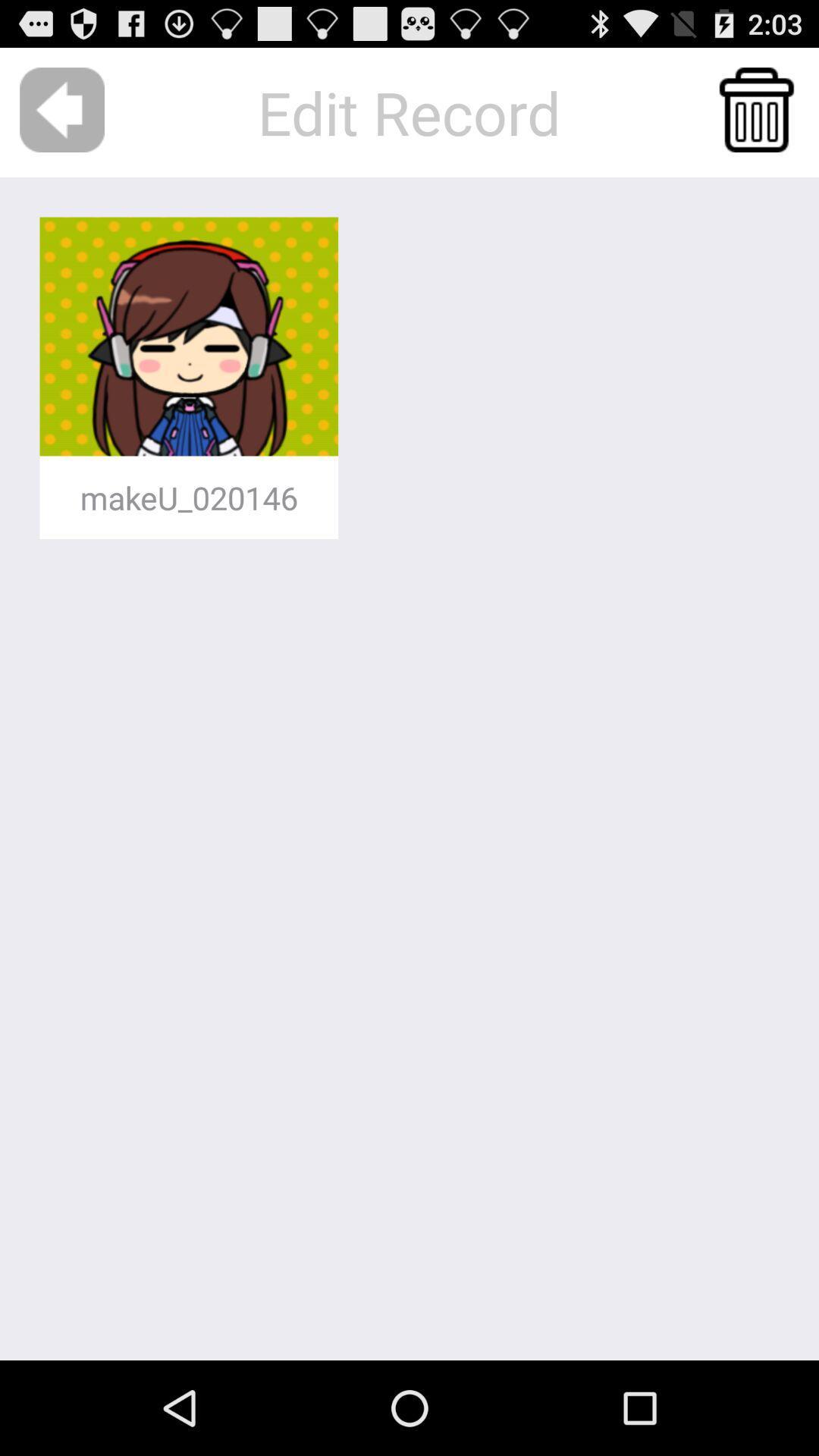 Image resolution: width=819 pixels, height=1456 pixels. Describe the element at coordinates (61, 109) in the screenshot. I see `icon to the left of edit record app` at that location.